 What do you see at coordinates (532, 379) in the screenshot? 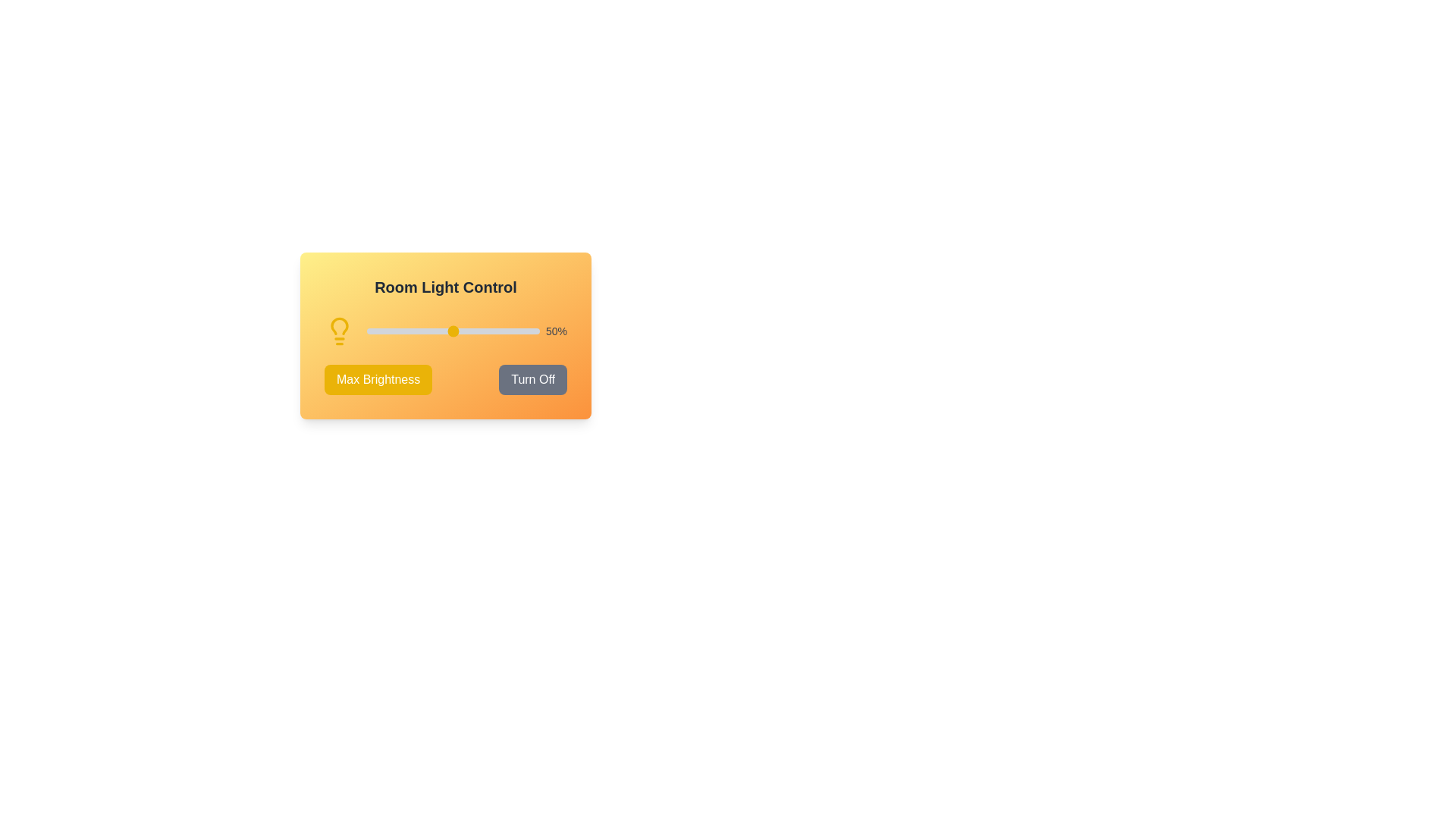
I see `'Turn Off' button to toggle the light state` at bounding box center [532, 379].